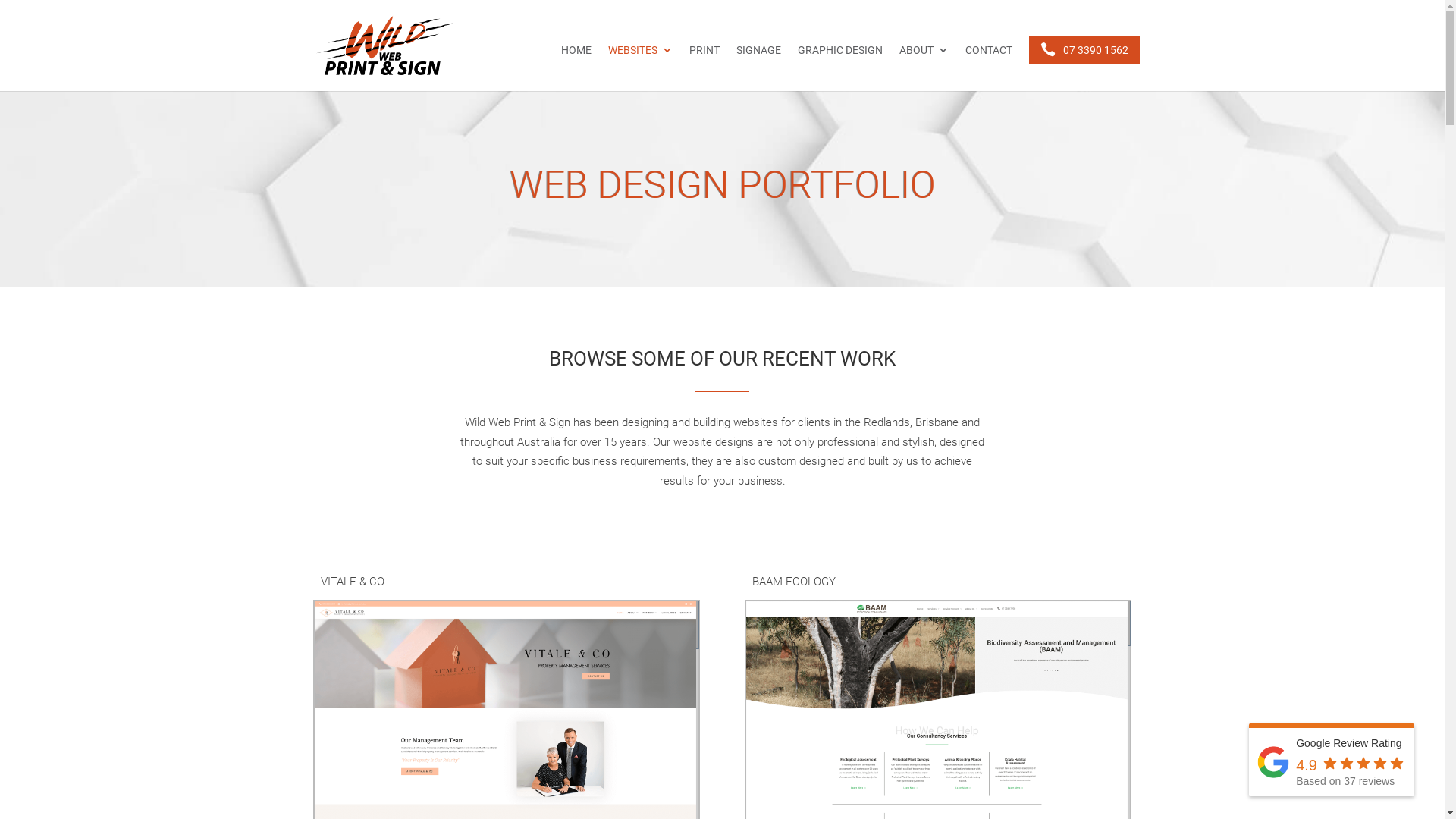  I want to click on 'PRINT', so click(702, 67).